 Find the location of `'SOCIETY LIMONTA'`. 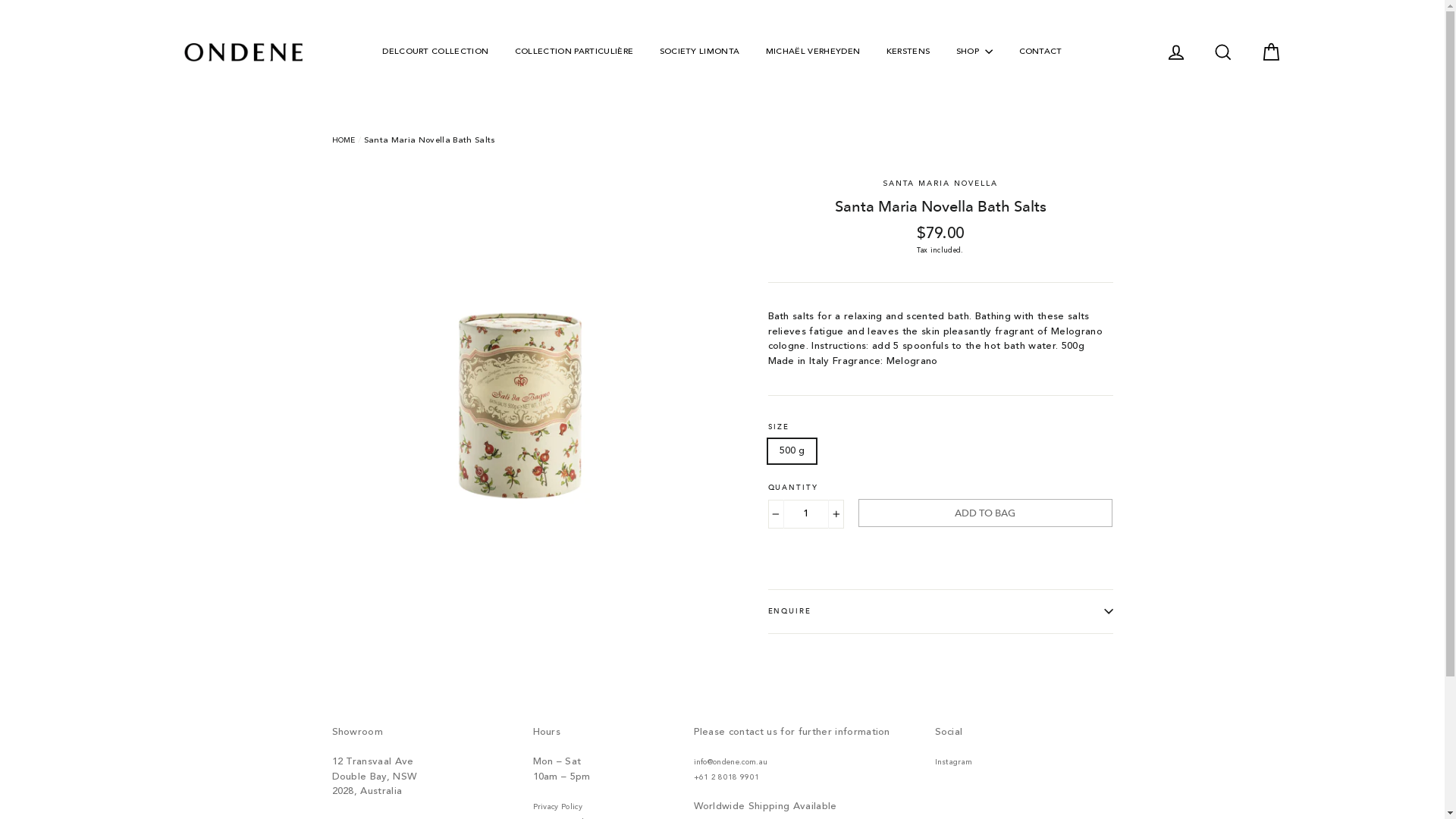

'SOCIETY LIMONTA' is located at coordinates (698, 52).